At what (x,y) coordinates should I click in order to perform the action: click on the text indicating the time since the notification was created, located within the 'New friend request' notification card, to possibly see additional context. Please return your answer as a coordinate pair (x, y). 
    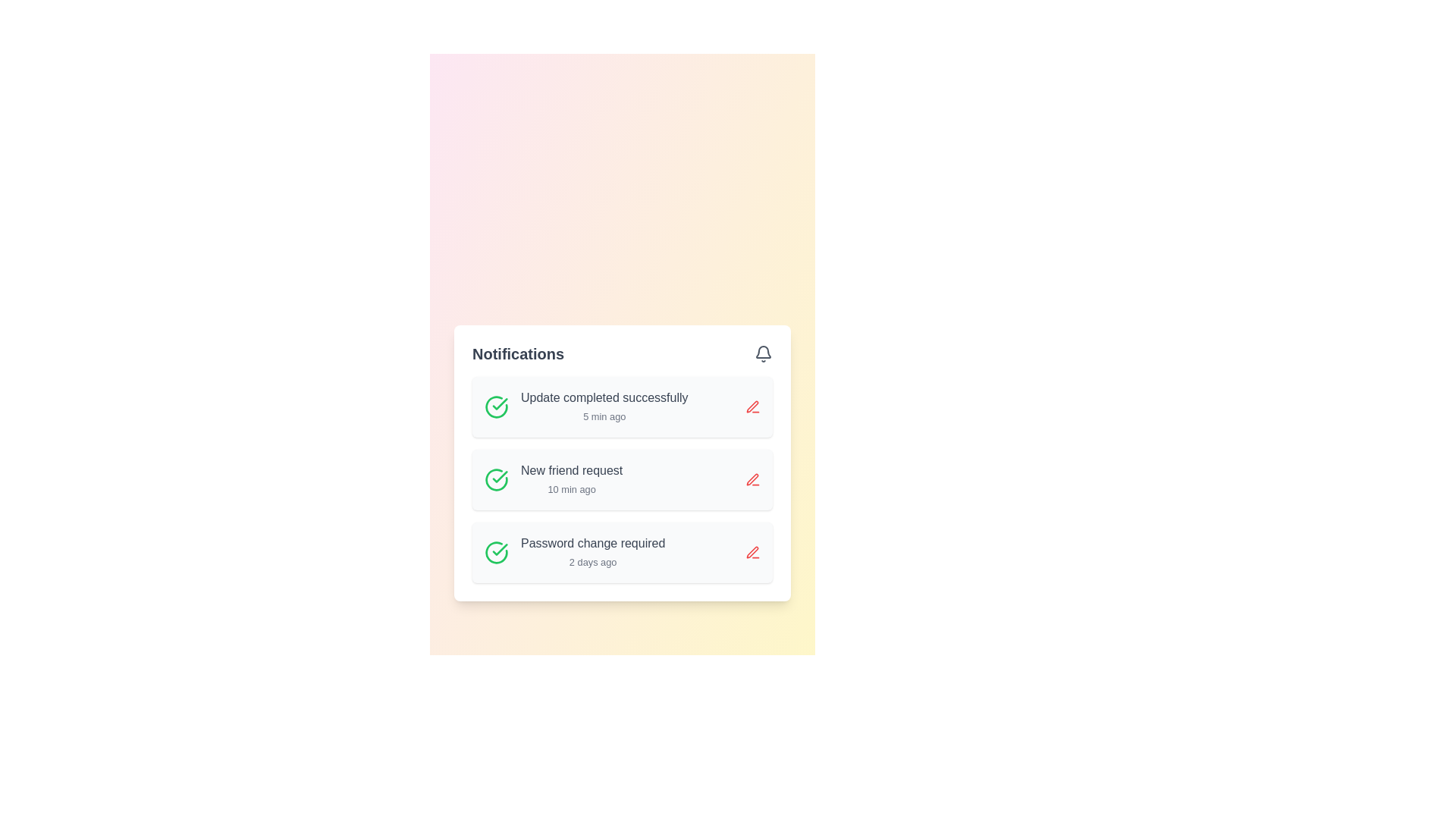
    Looking at the image, I should click on (571, 489).